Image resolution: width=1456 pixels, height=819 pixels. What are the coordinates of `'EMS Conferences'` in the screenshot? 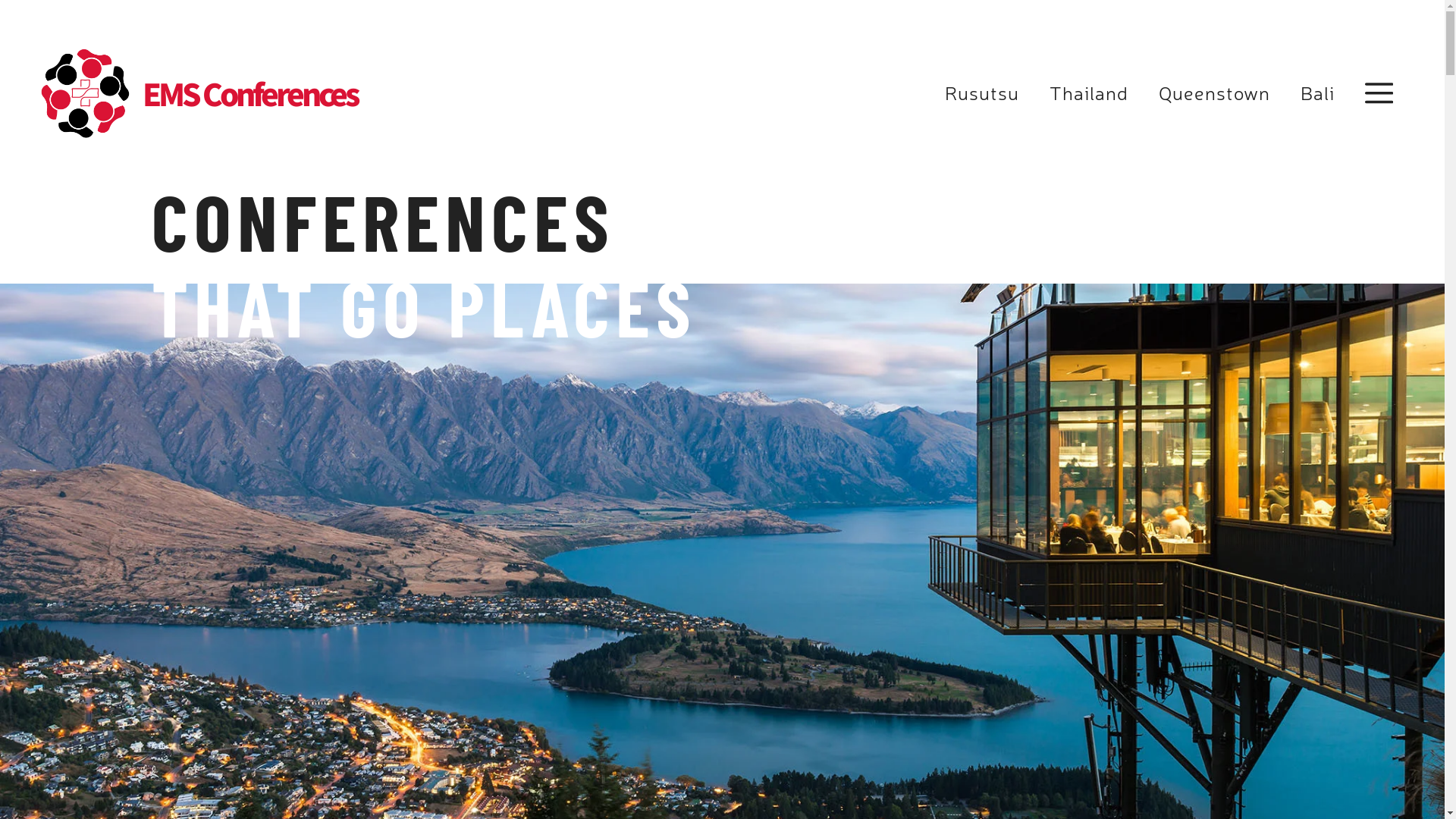 It's located at (142, 93).